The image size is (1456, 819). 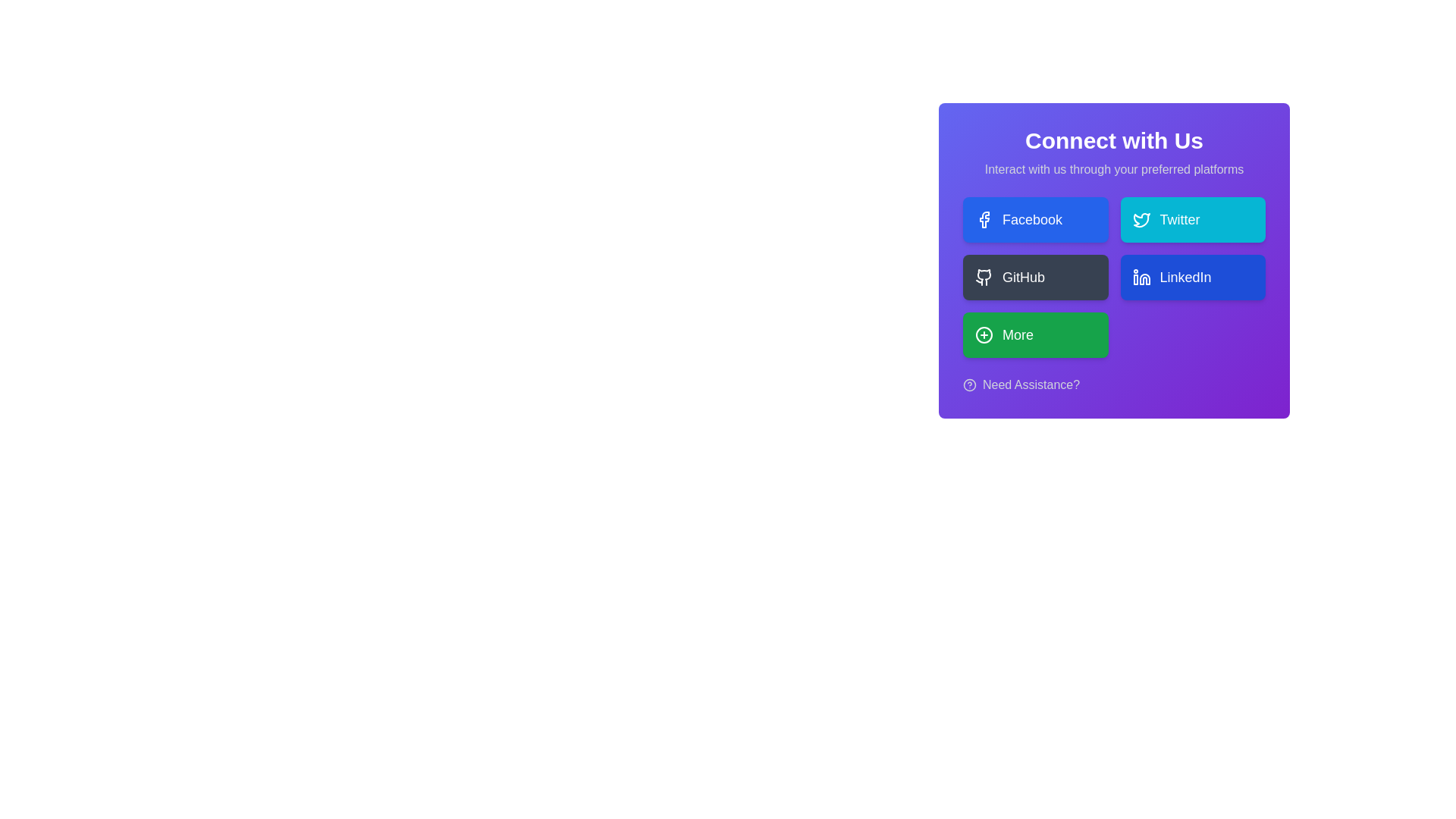 I want to click on the GitHub branding icon, the leftmost component of the button labeled 'GitHub' in the second row of buttons, so click(x=984, y=278).